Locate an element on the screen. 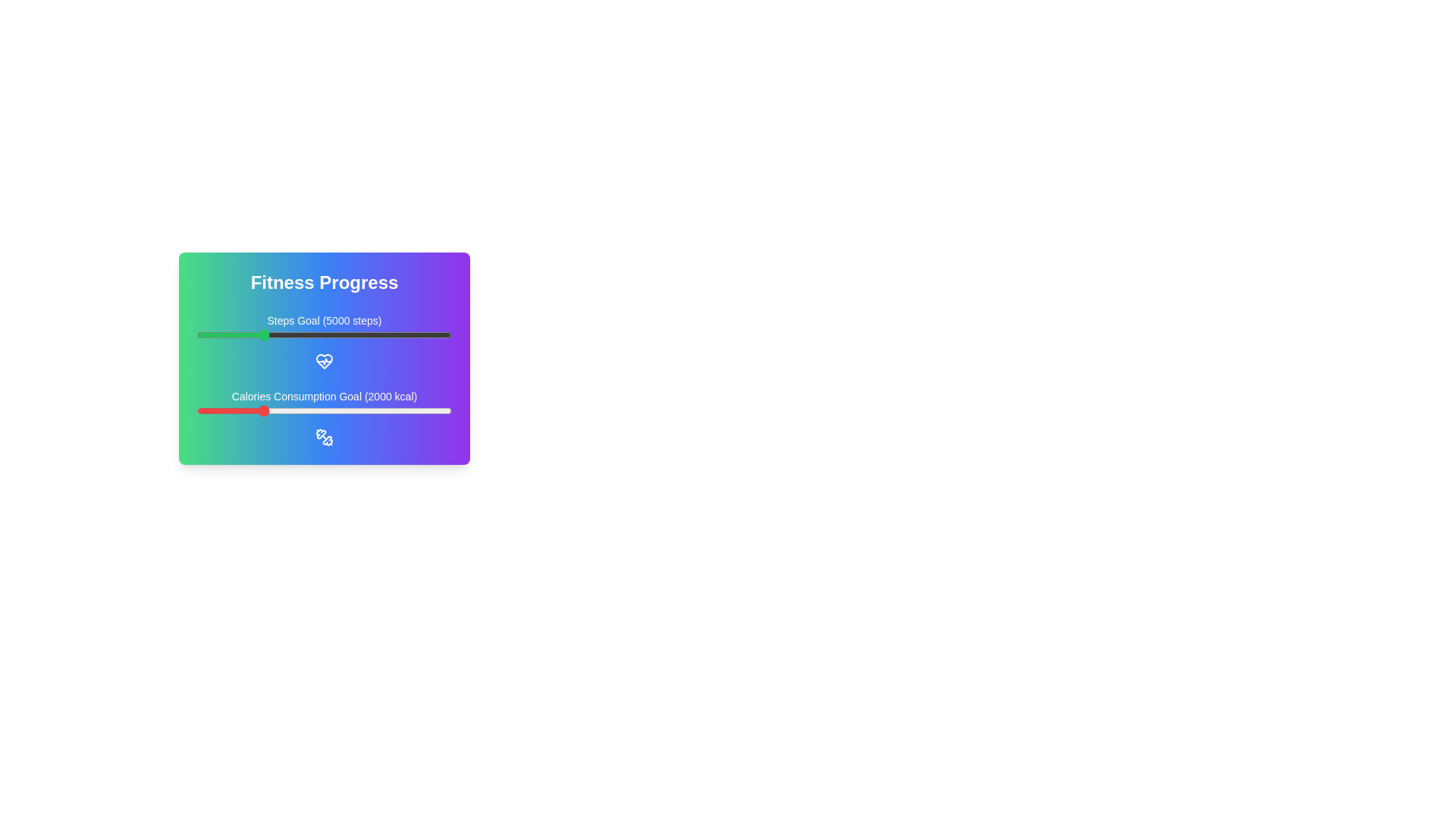 This screenshot has height=819, width=1456. the calories goal is located at coordinates (397, 411).